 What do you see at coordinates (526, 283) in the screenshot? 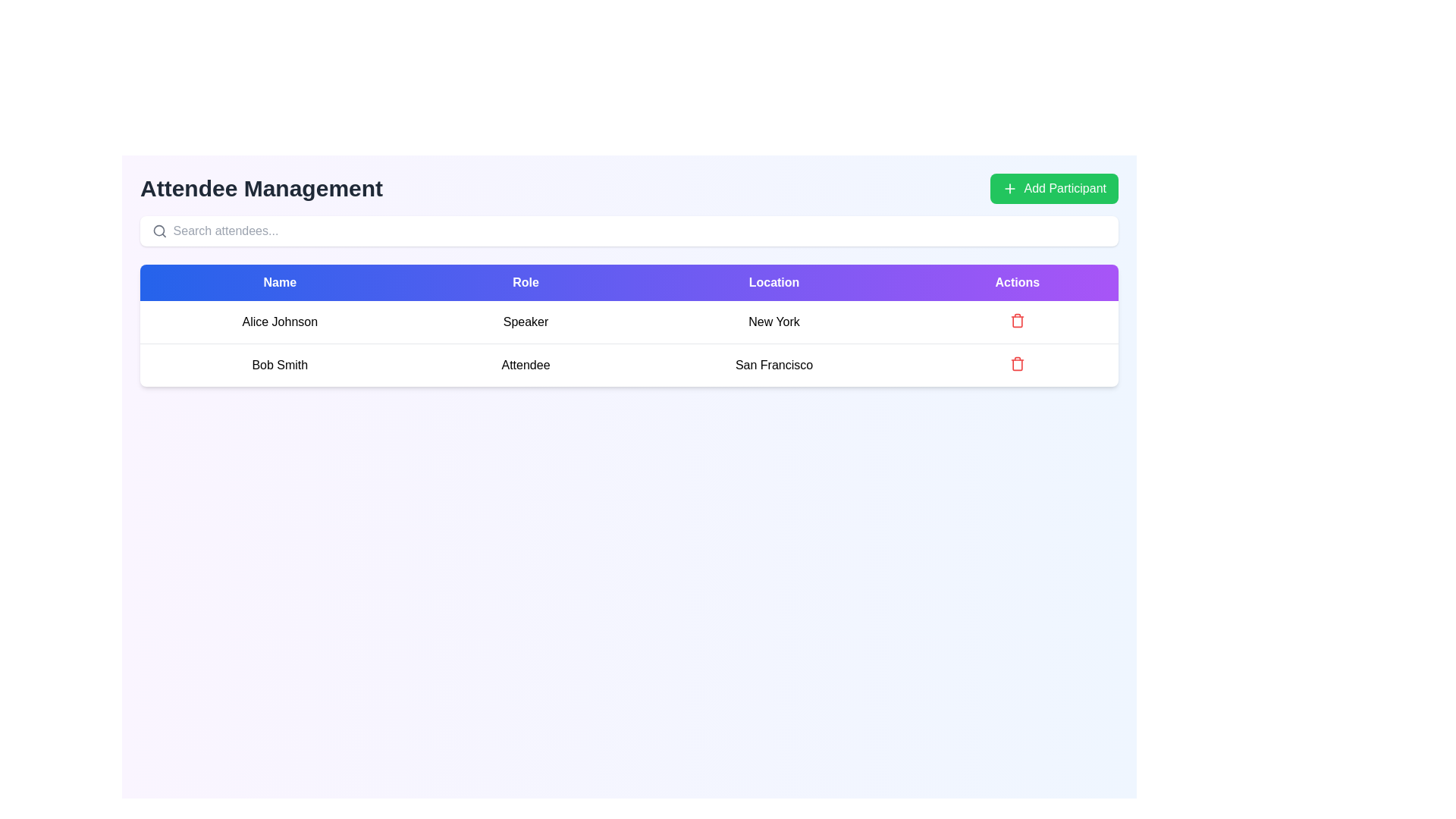
I see `the Table Header Cell labeled 'Role', which is the second cell in the header row of the table, positioned between 'Name' and 'Location'` at bounding box center [526, 283].